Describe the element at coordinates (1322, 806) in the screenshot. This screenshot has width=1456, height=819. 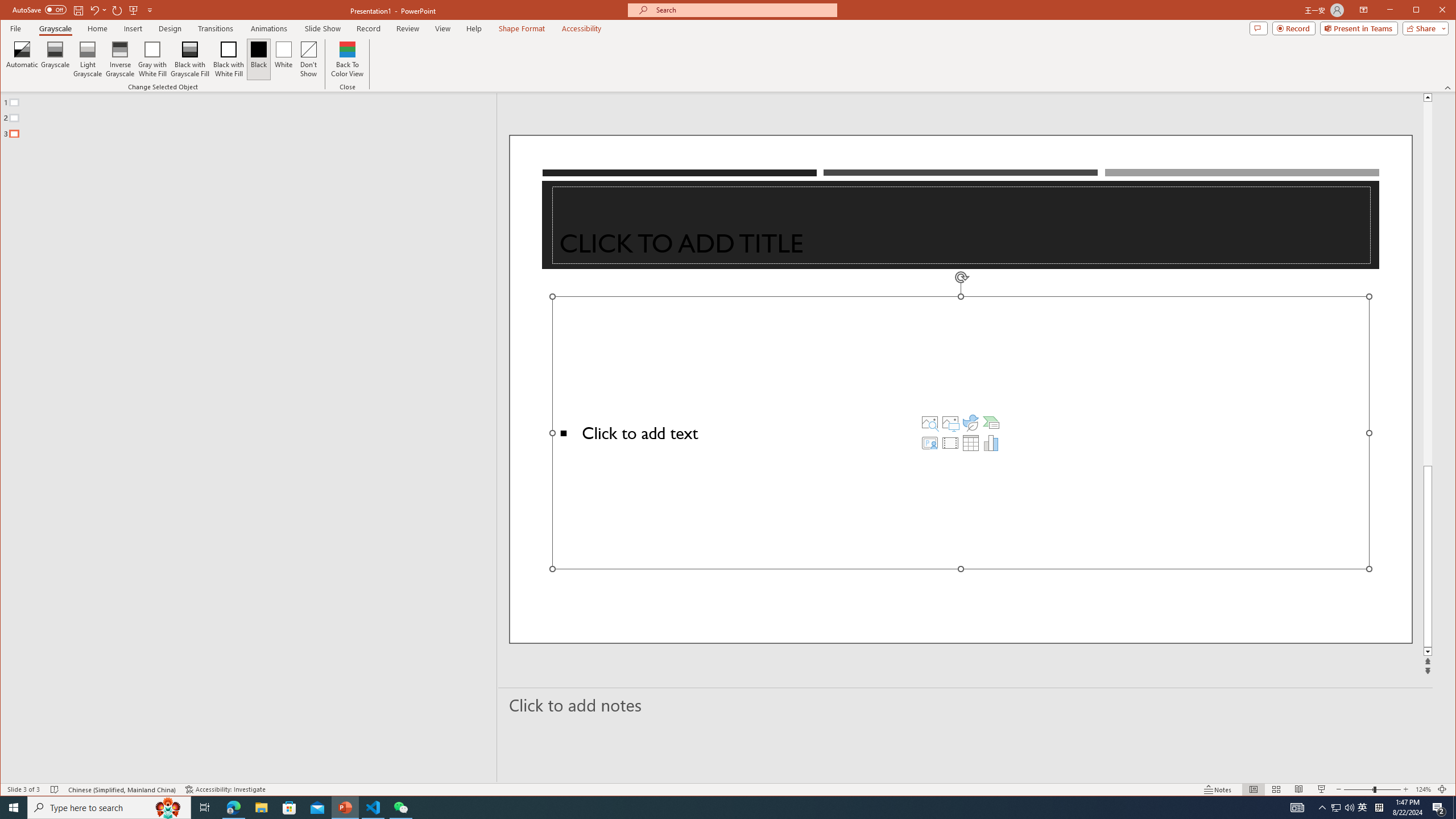
I see `'Notification Chevron'` at that location.